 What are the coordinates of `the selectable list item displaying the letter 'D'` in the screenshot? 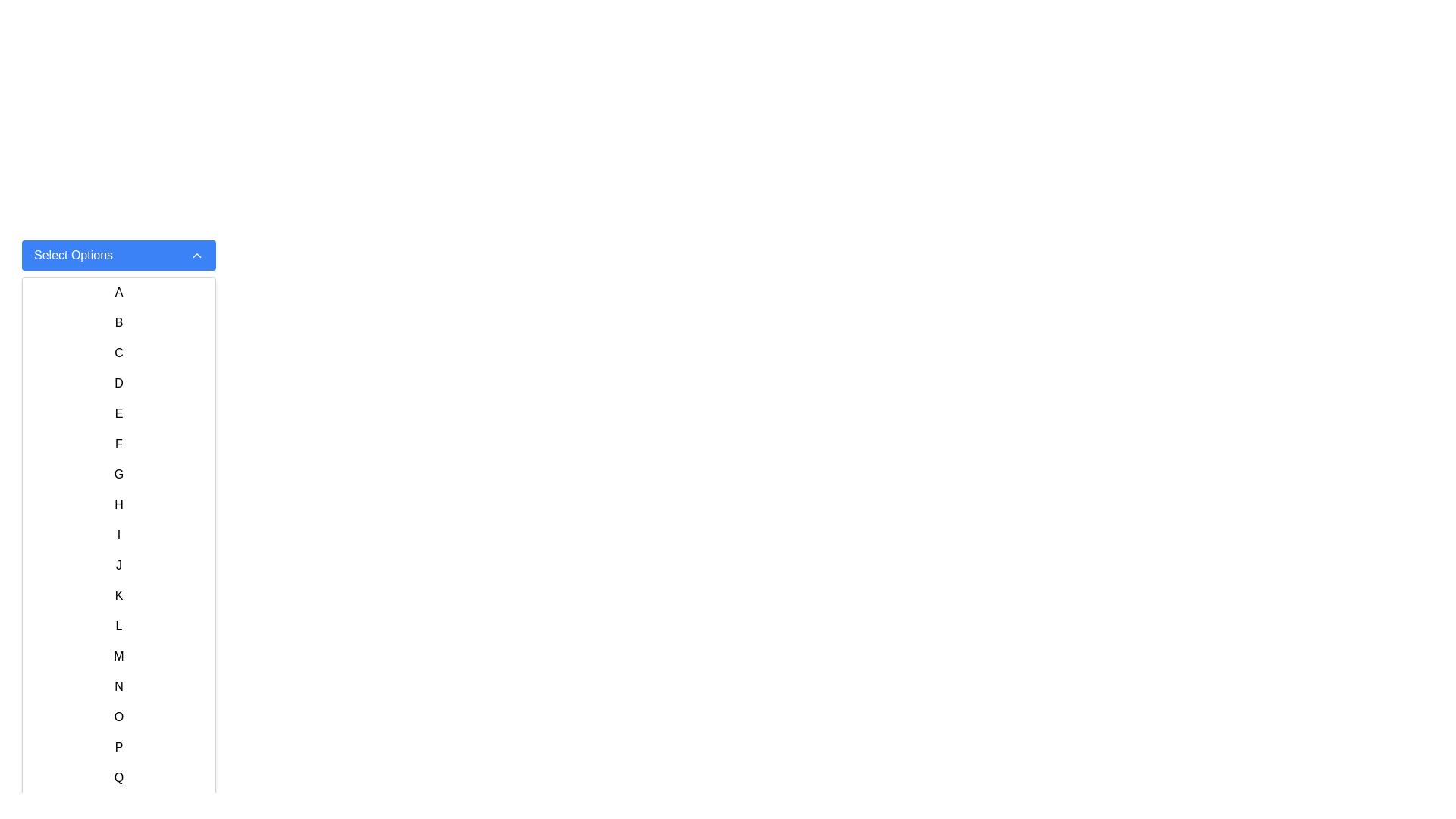 It's located at (118, 382).